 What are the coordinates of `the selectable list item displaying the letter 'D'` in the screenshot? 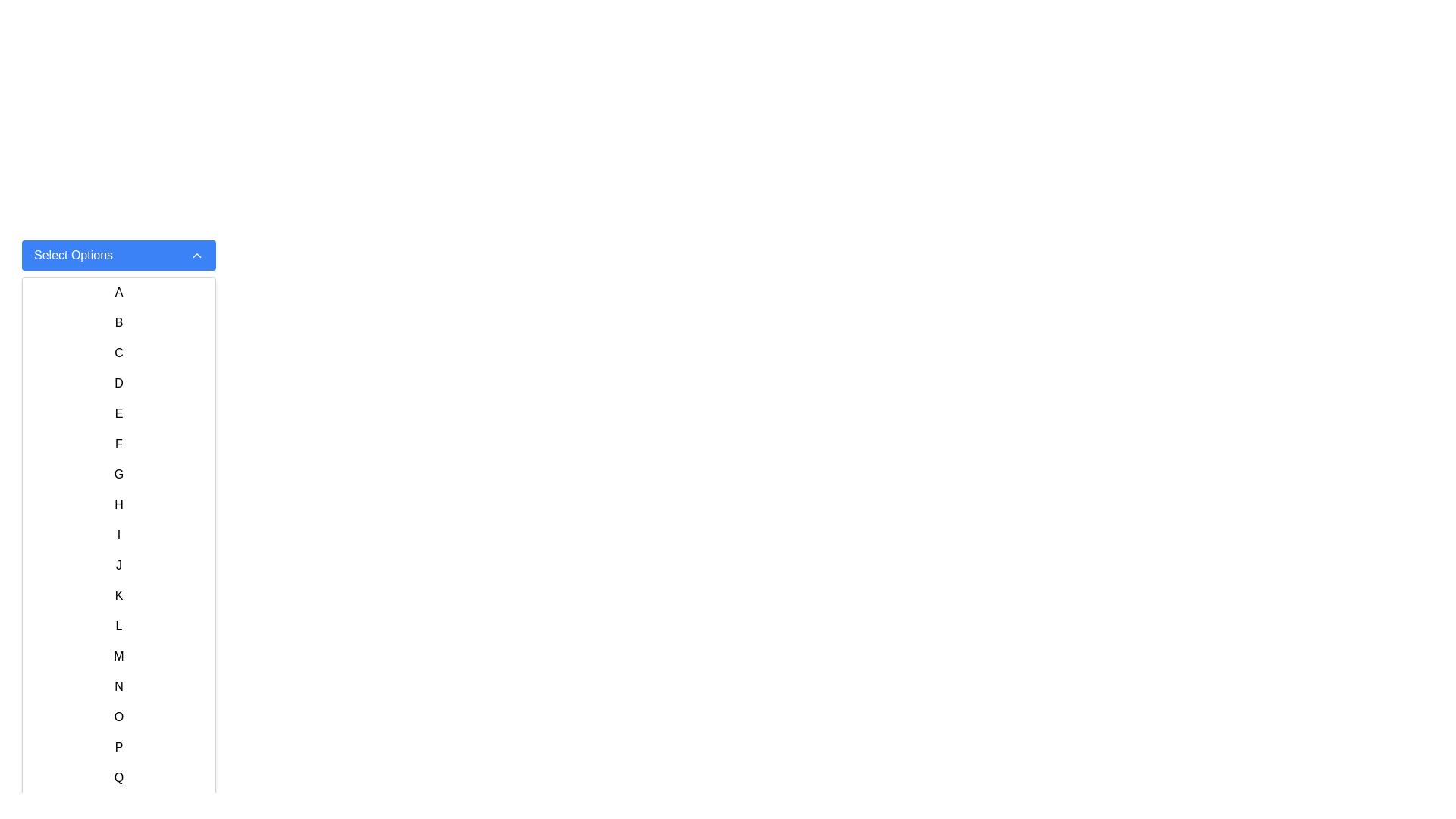 It's located at (118, 382).